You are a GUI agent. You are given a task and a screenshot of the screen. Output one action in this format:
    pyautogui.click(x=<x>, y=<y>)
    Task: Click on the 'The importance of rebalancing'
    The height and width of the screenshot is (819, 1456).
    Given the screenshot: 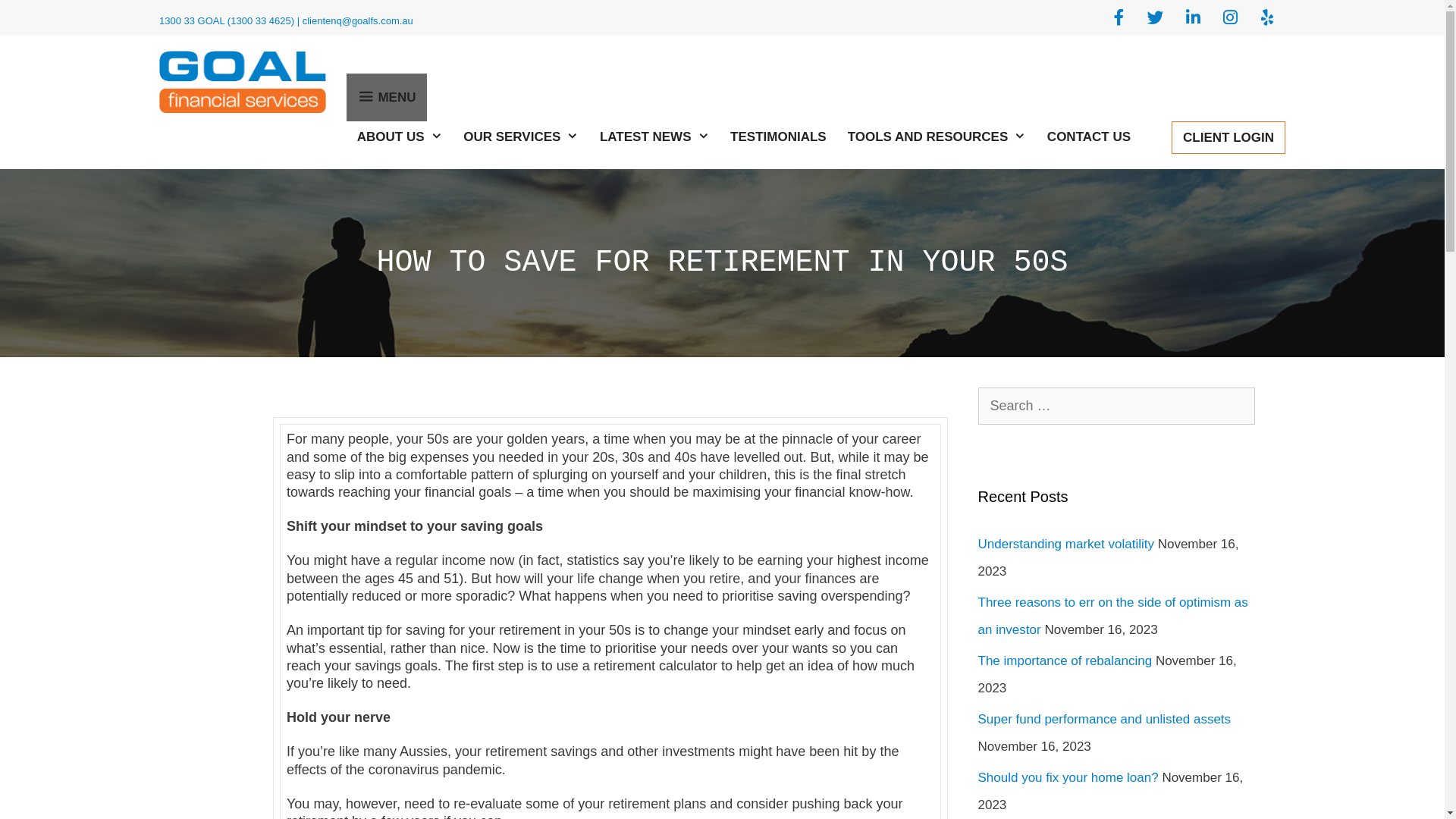 What is the action you would take?
    pyautogui.click(x=978, y=660)
    